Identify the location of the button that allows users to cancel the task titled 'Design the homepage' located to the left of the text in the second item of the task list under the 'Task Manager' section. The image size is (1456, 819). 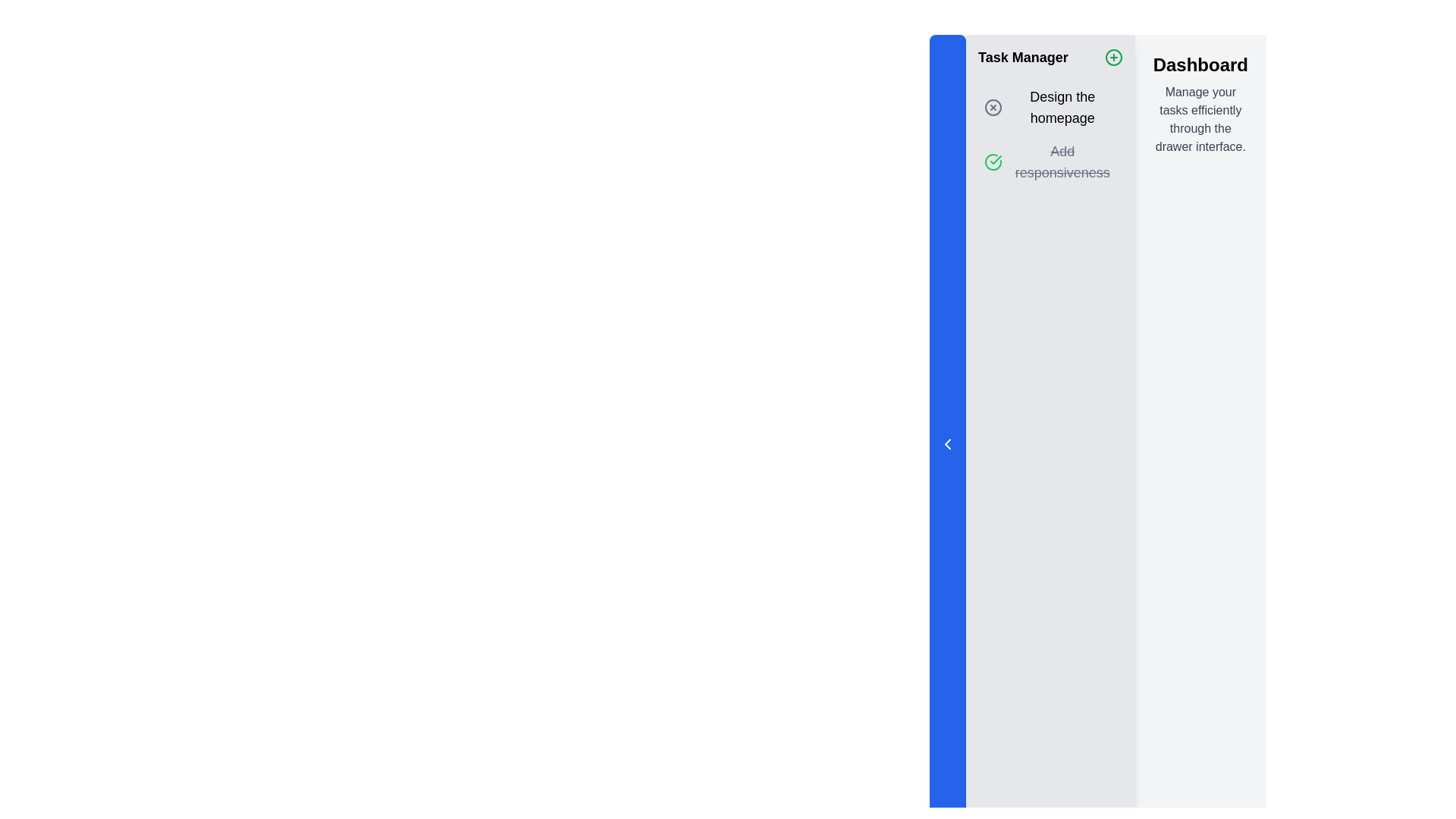
(993, 107).